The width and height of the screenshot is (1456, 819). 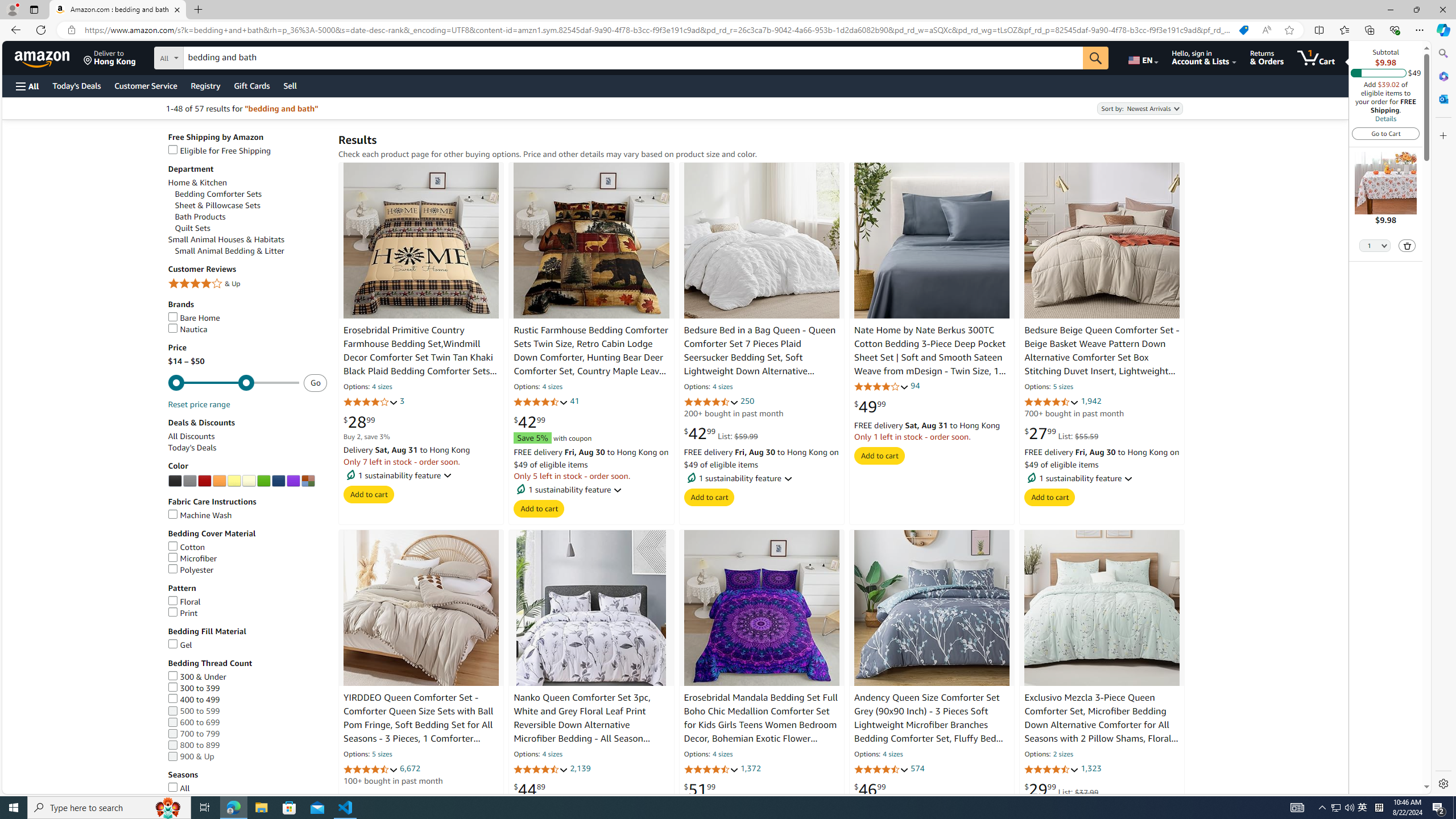 I want to click on 'Sort by:', so click(x=1139, y=107).